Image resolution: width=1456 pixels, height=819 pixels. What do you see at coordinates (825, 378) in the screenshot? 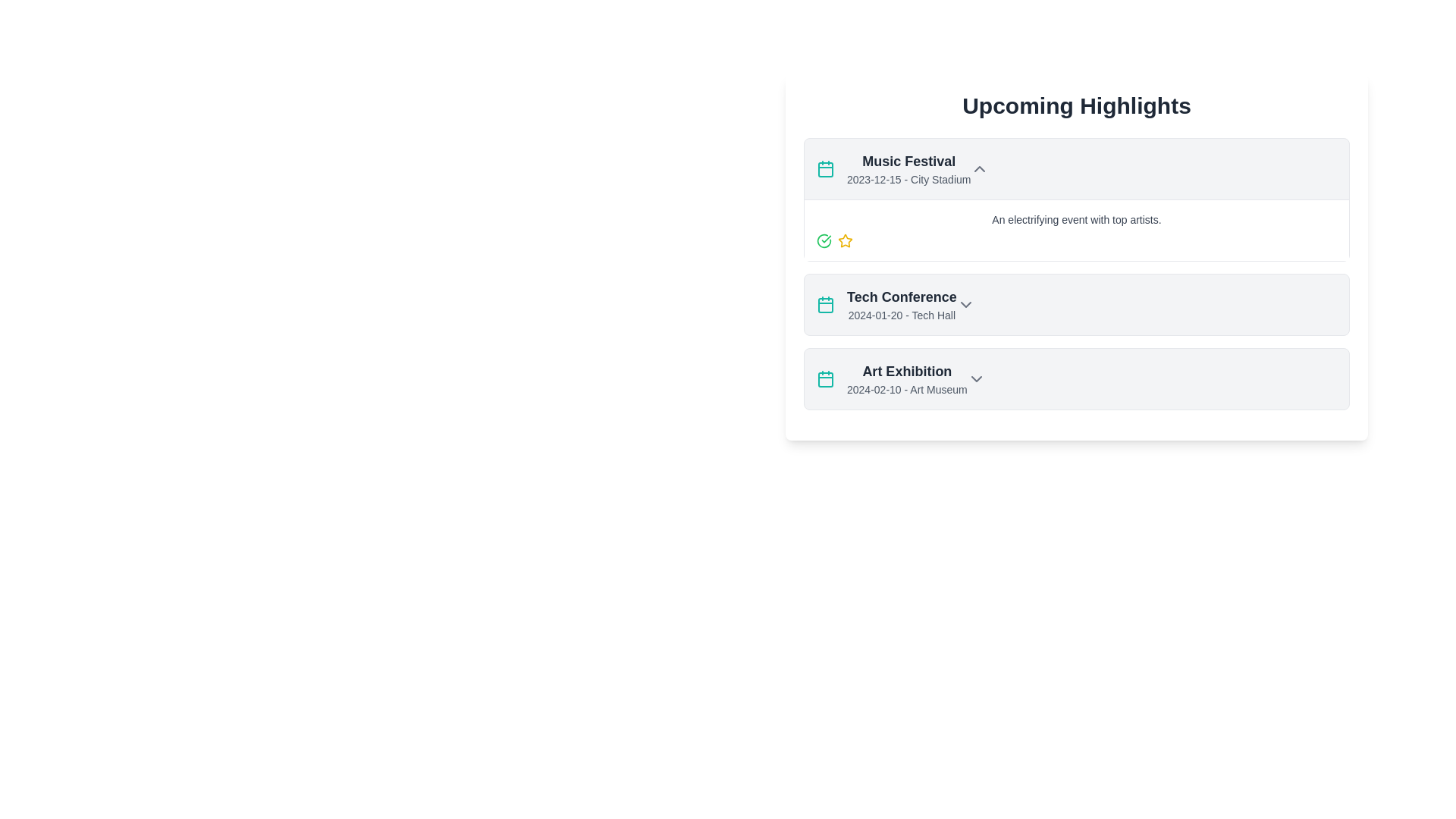
I see `the icon representing date-related information for the 'Art Exhibition', positioned as the leftmost element before the text 'Art Exhibition'` at bounding box center [825, 378].